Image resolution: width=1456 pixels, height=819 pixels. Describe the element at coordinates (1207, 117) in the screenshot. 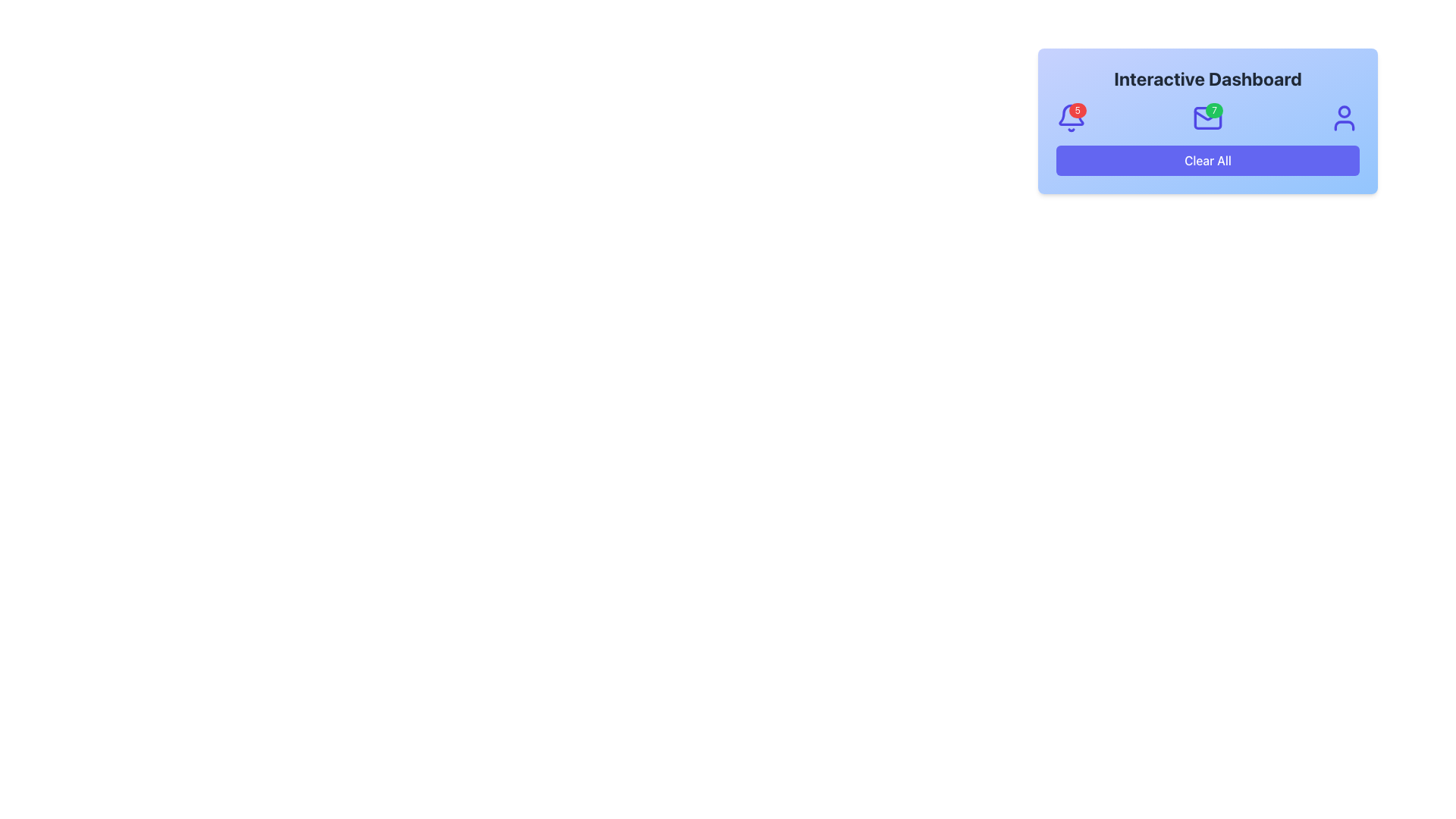

I see `the Notification Badge, which features an indigo envelope icon and a green circular badge with the number '7'` at that location.